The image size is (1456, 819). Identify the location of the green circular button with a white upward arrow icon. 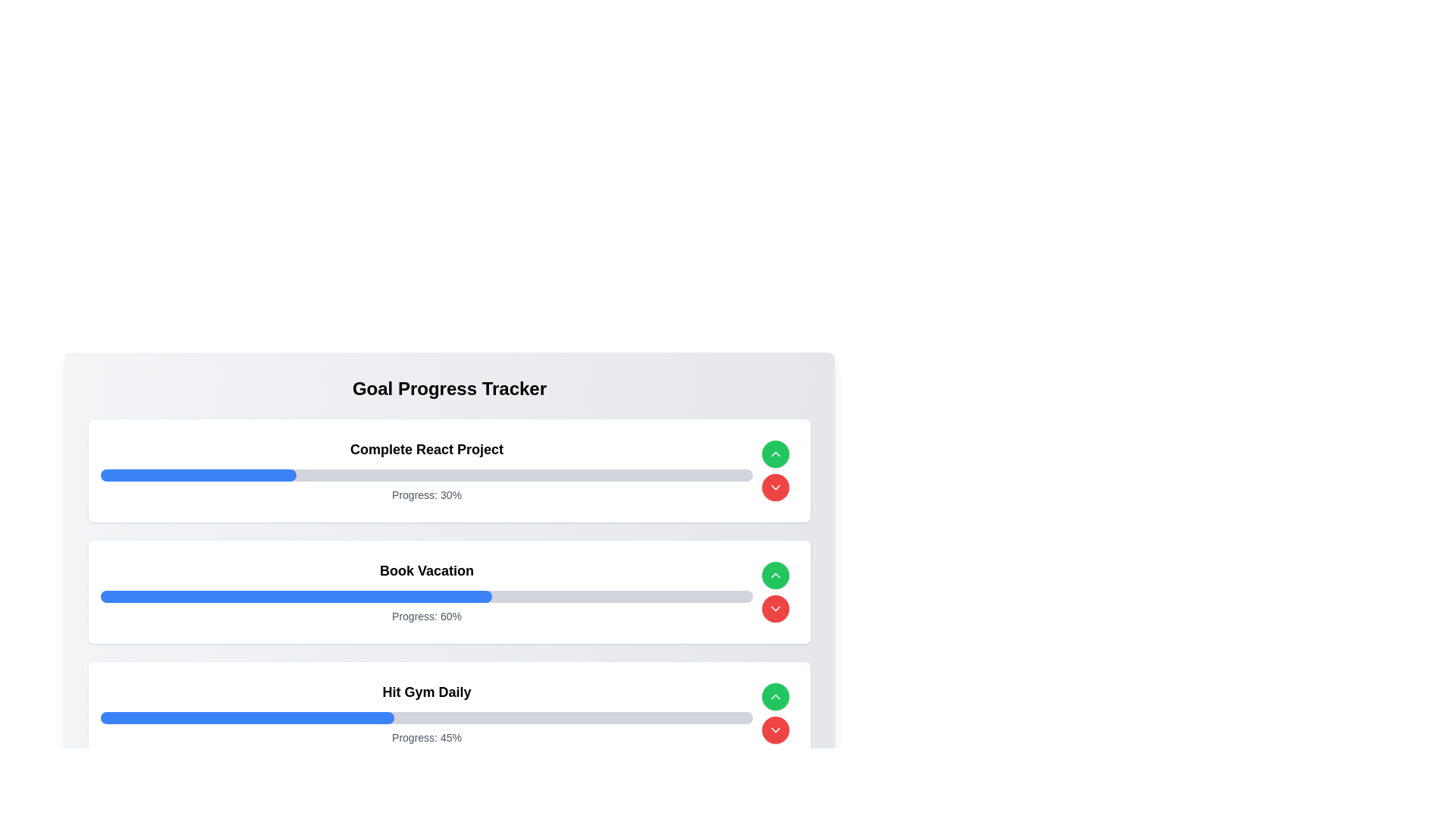
(775, 696).